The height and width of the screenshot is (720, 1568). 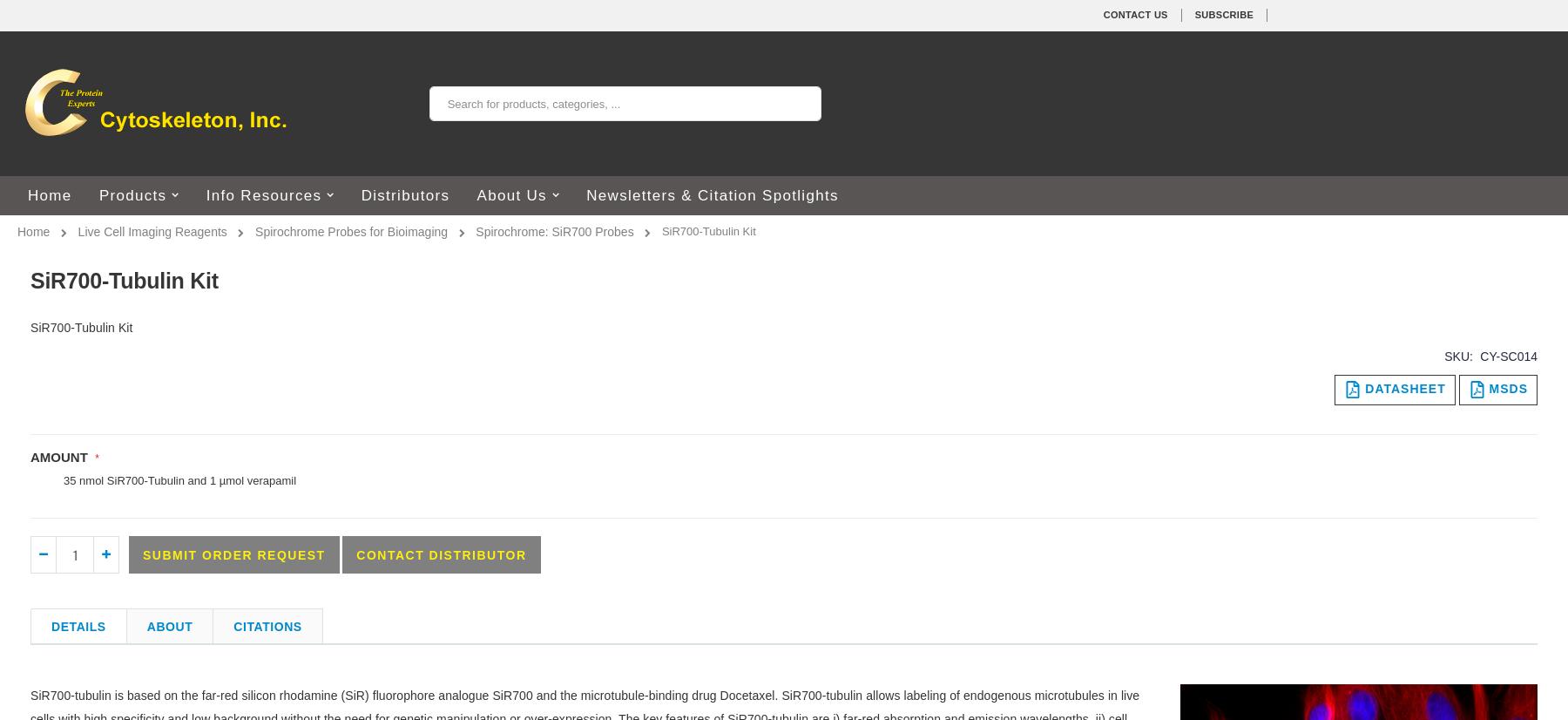 I want to click on 'Info Resources', so click(x=262, y=194).